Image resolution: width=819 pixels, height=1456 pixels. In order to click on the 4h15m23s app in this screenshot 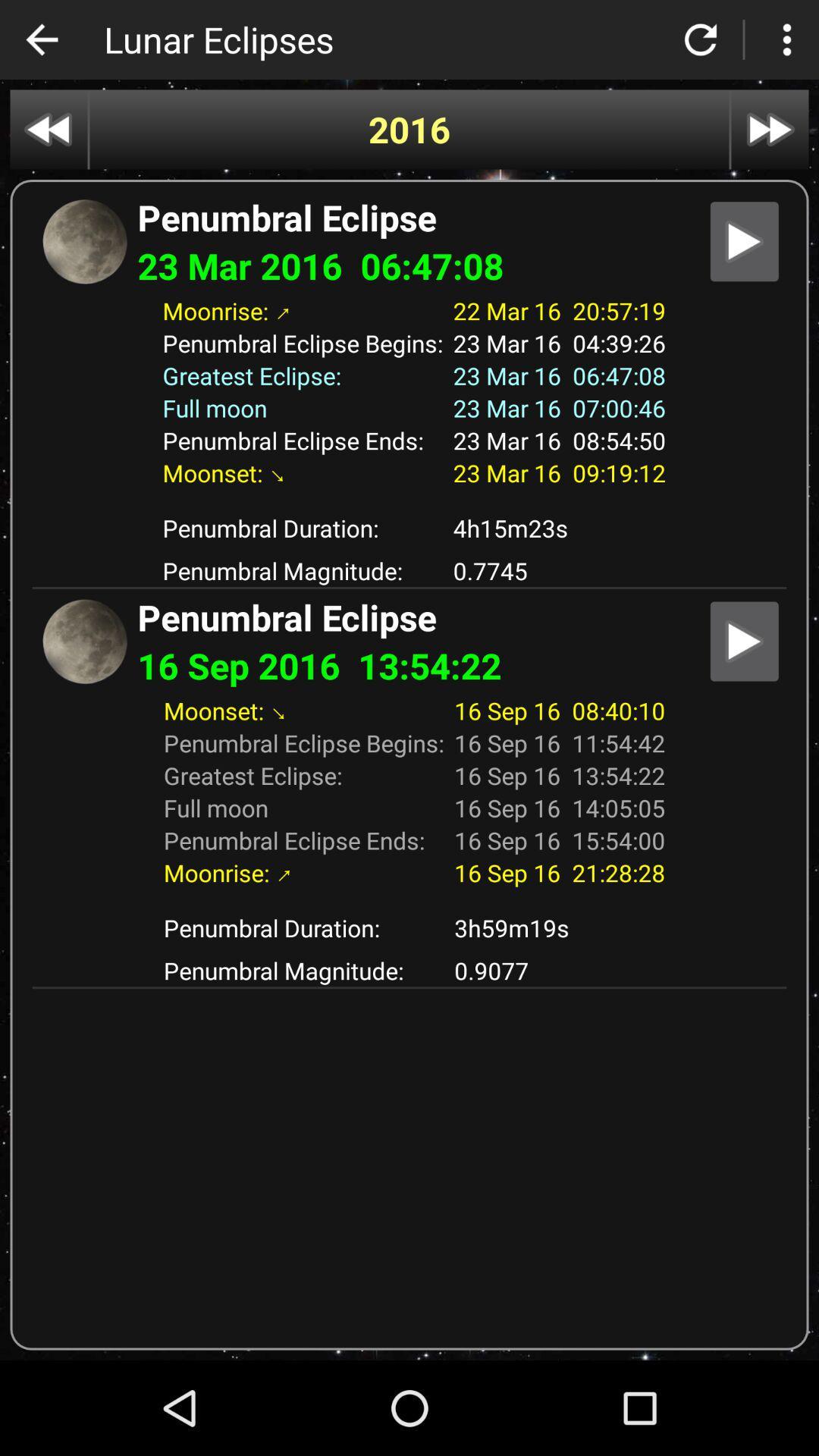, I will do `click(559, 528)`.